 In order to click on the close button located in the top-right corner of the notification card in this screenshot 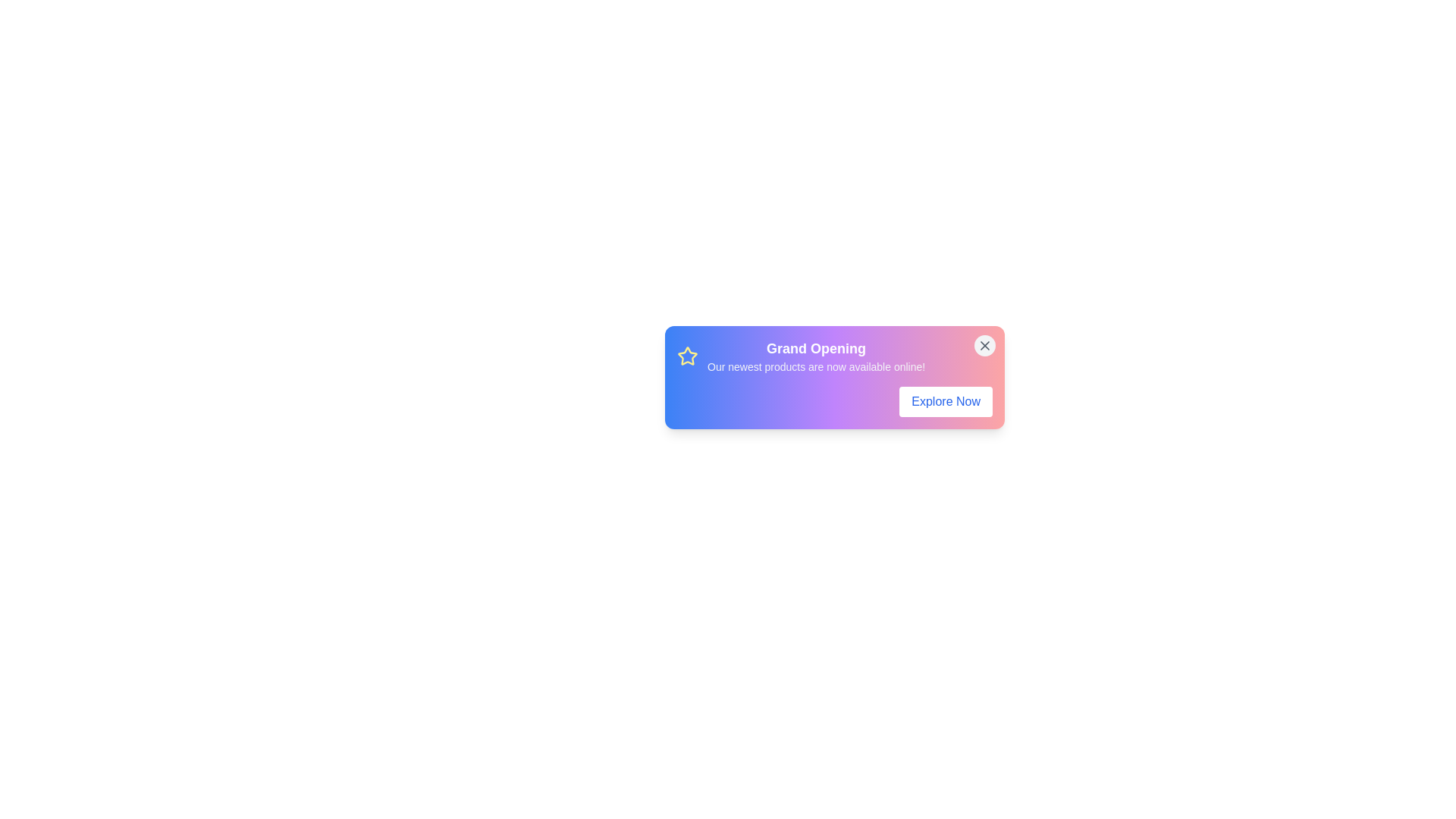, I will do `click(985, 345)`.